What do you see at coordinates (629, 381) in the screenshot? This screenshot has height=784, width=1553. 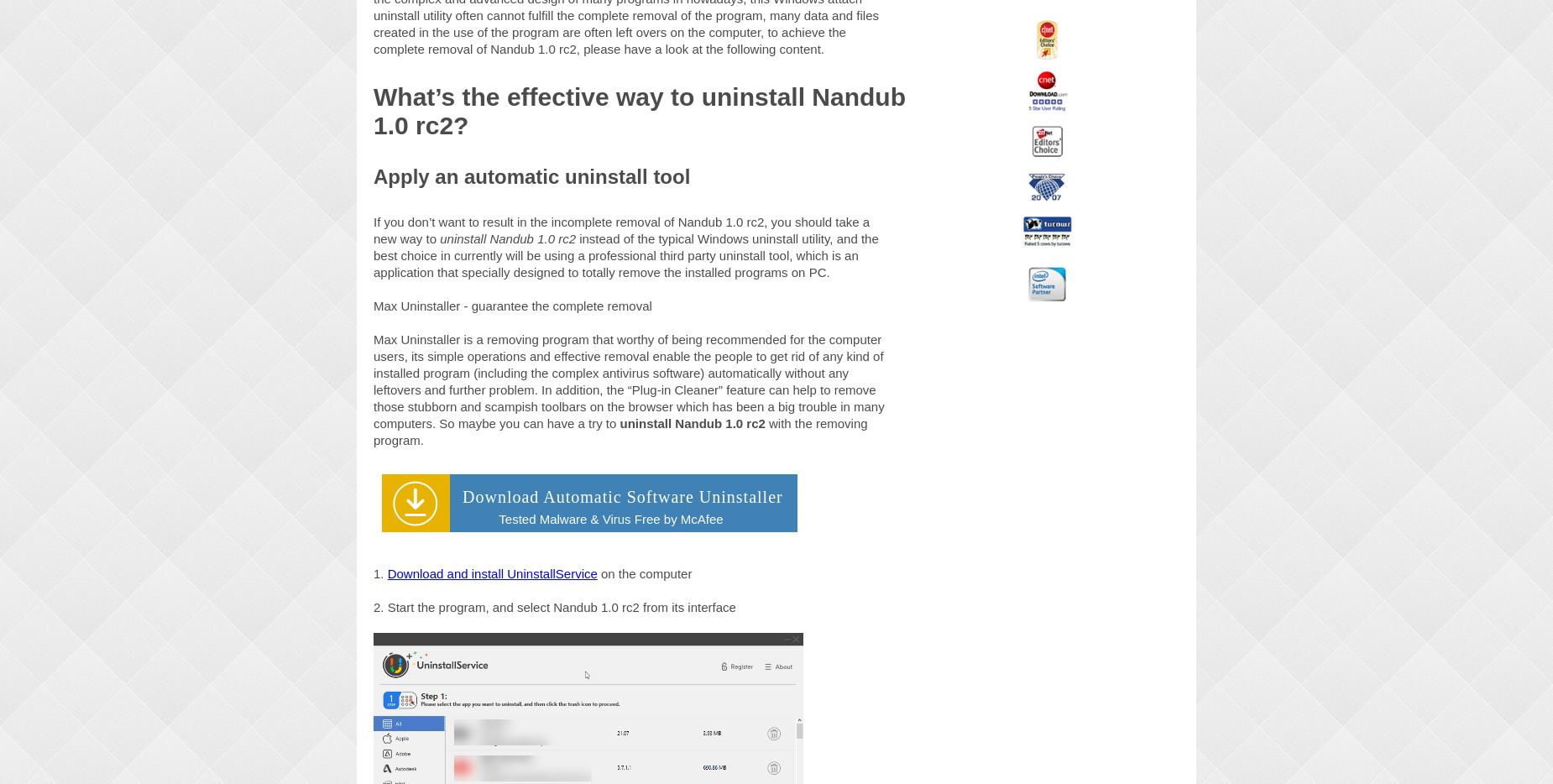 I see `'Max Uninstaller is a removing program that worthy of being recommended for the computer users, its simple operations and effective removal enable the people to get rid 
					of any kind of installed program (including the complex antivirus software) automatically without any leftovers
					 and further problem. In addition, the “Plug-in Cleaner” feature can help to remove those stubborn and scampish toolbars
				  on the browser which has been a big trouble in many computers. So maybe you can have a try to'` at bounding box center [629, 381].